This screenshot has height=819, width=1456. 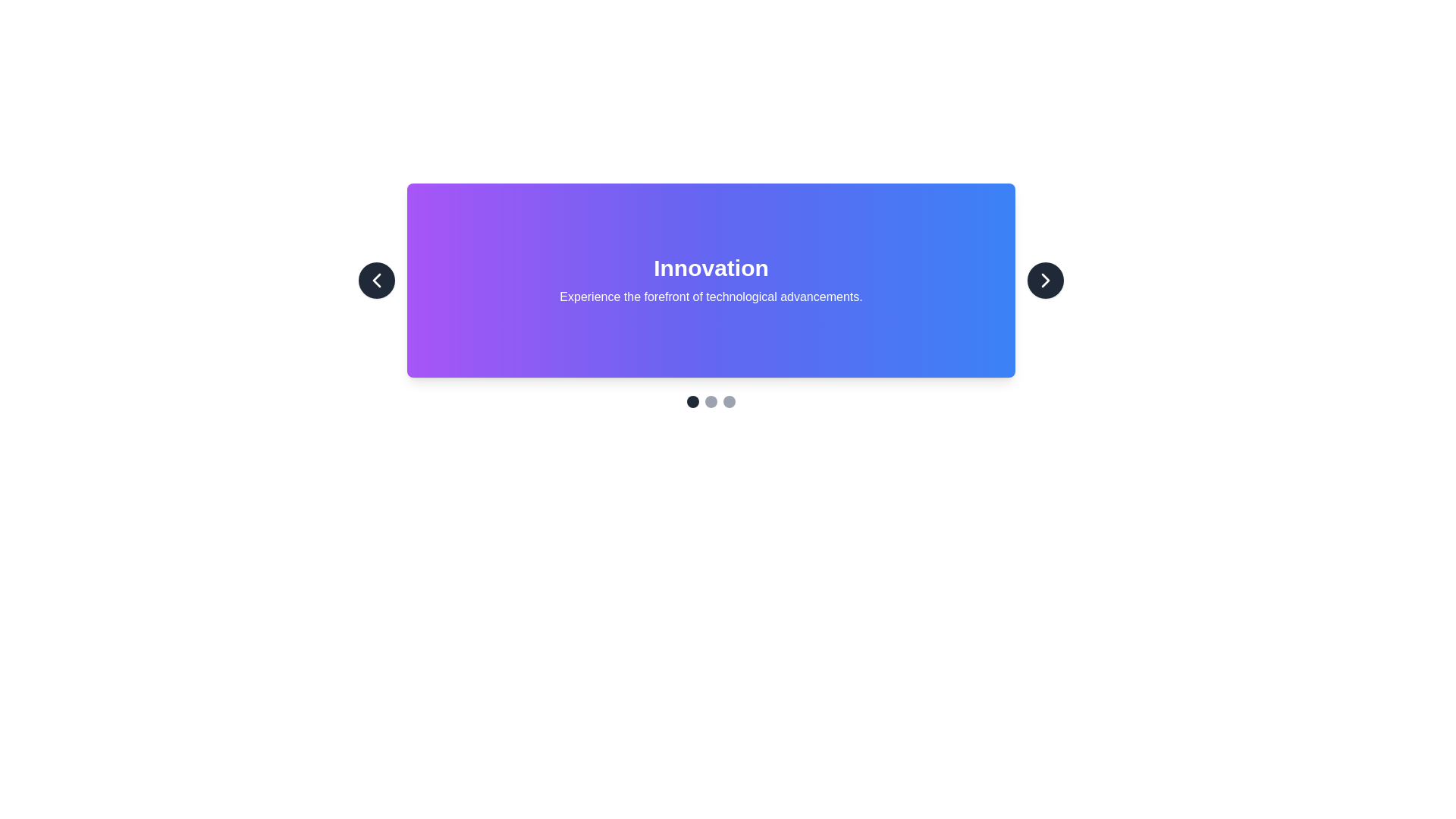 What do you see at coordinates (692, 400) in the screenshot?
I see `the first circular indicator of the carousel interface, which is part of a horizontal group of three indicators` at bounding box center [692, 400].